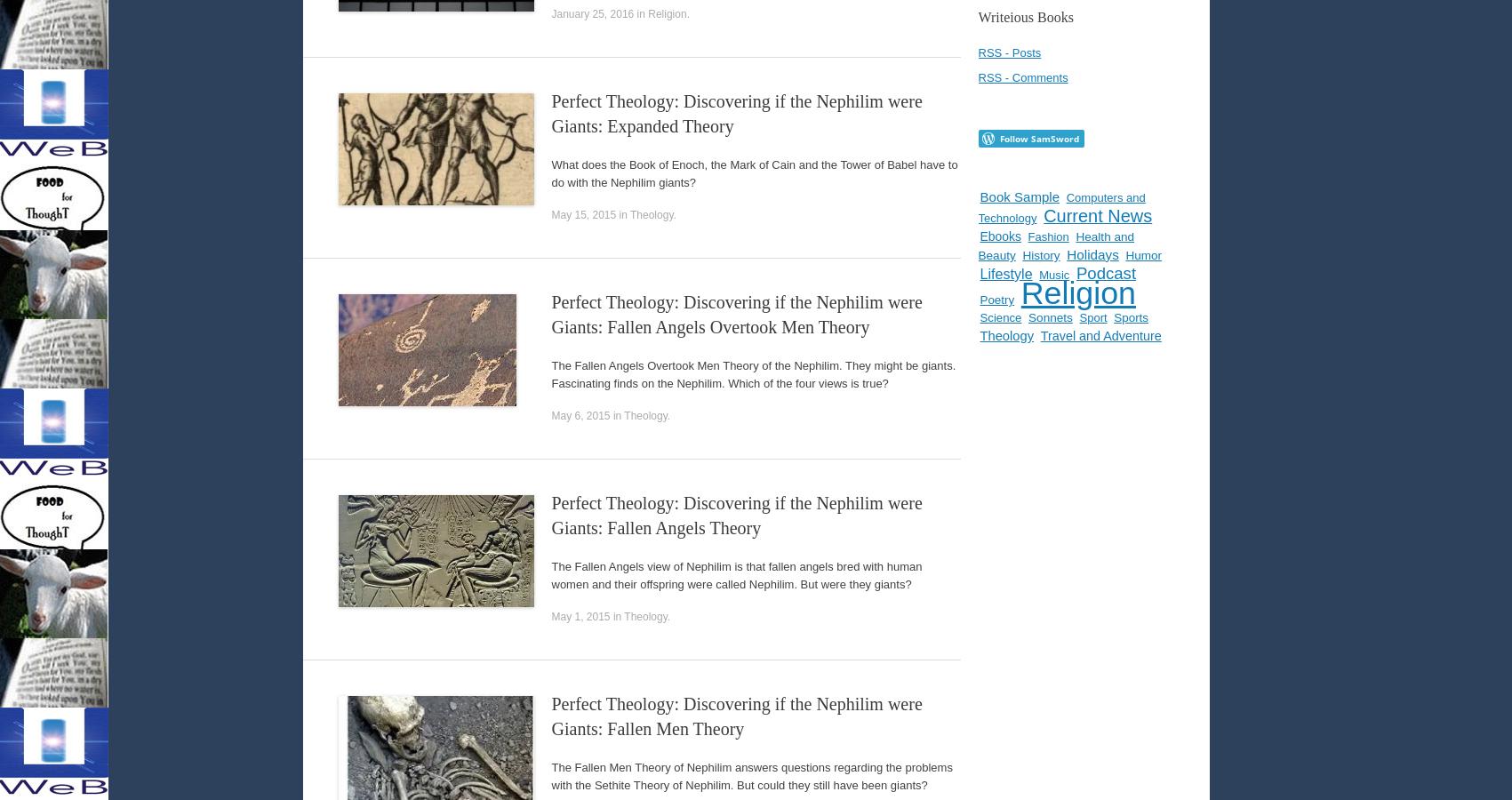  What do you see at coordinates (1131, 317) in the screenshot?
I see `'Sports'` at bounding box center [1131, 317].